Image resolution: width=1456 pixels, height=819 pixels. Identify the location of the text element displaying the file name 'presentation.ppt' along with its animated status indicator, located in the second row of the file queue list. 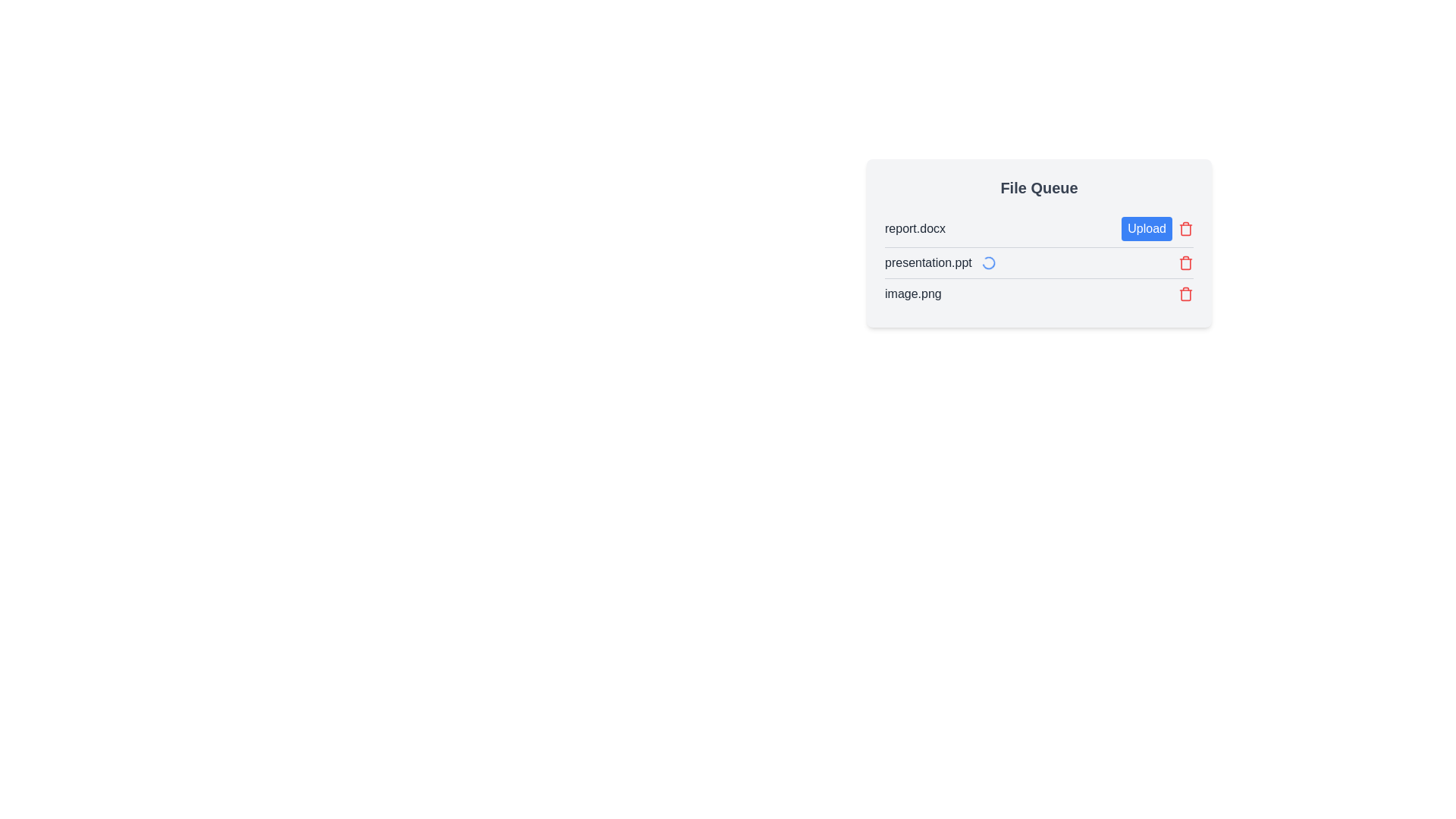
(940, 262).